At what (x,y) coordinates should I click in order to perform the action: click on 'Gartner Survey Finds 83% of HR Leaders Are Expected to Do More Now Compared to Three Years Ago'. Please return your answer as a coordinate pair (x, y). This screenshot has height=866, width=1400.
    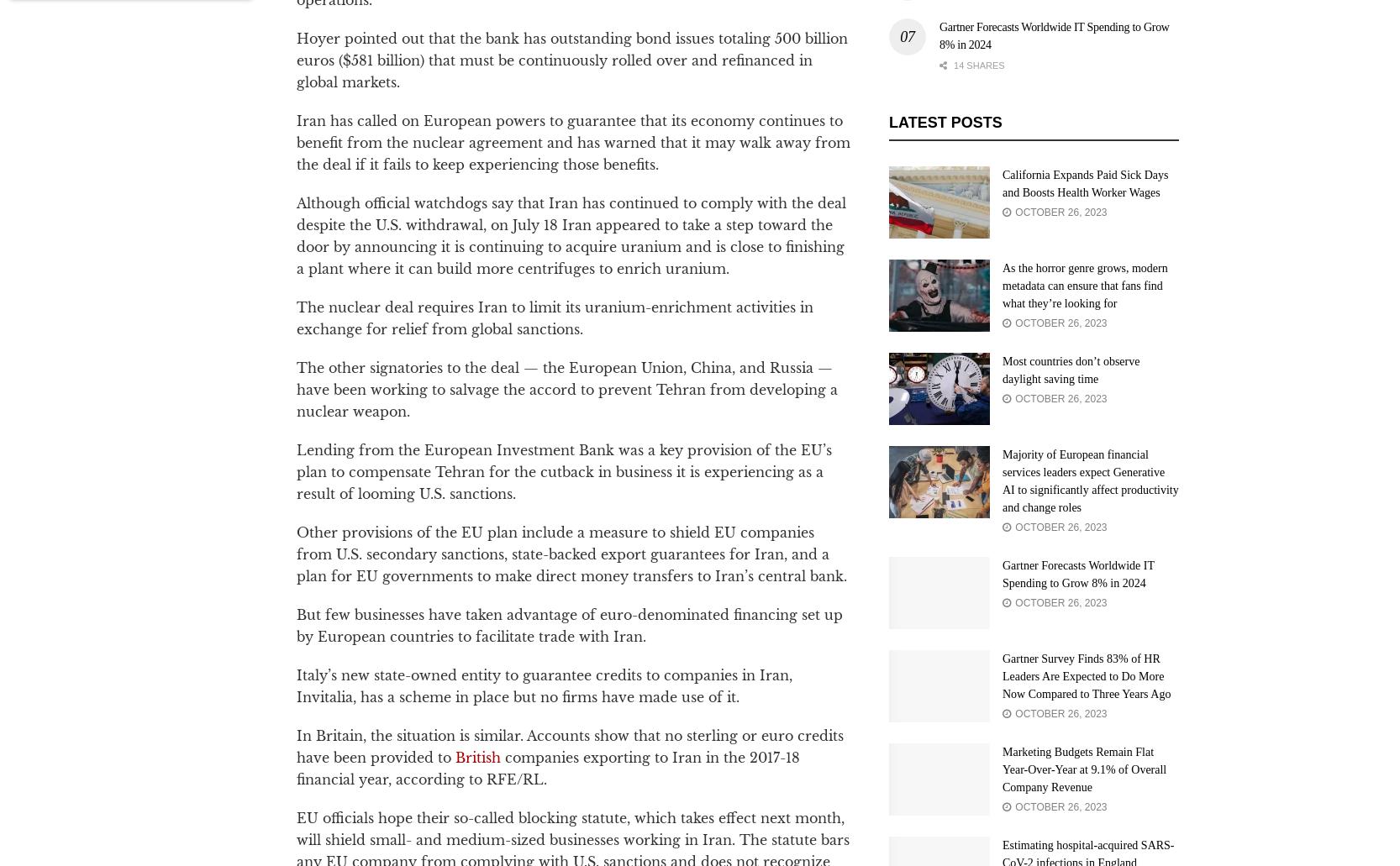
    Looking at the image, I should click on (1085, 674).